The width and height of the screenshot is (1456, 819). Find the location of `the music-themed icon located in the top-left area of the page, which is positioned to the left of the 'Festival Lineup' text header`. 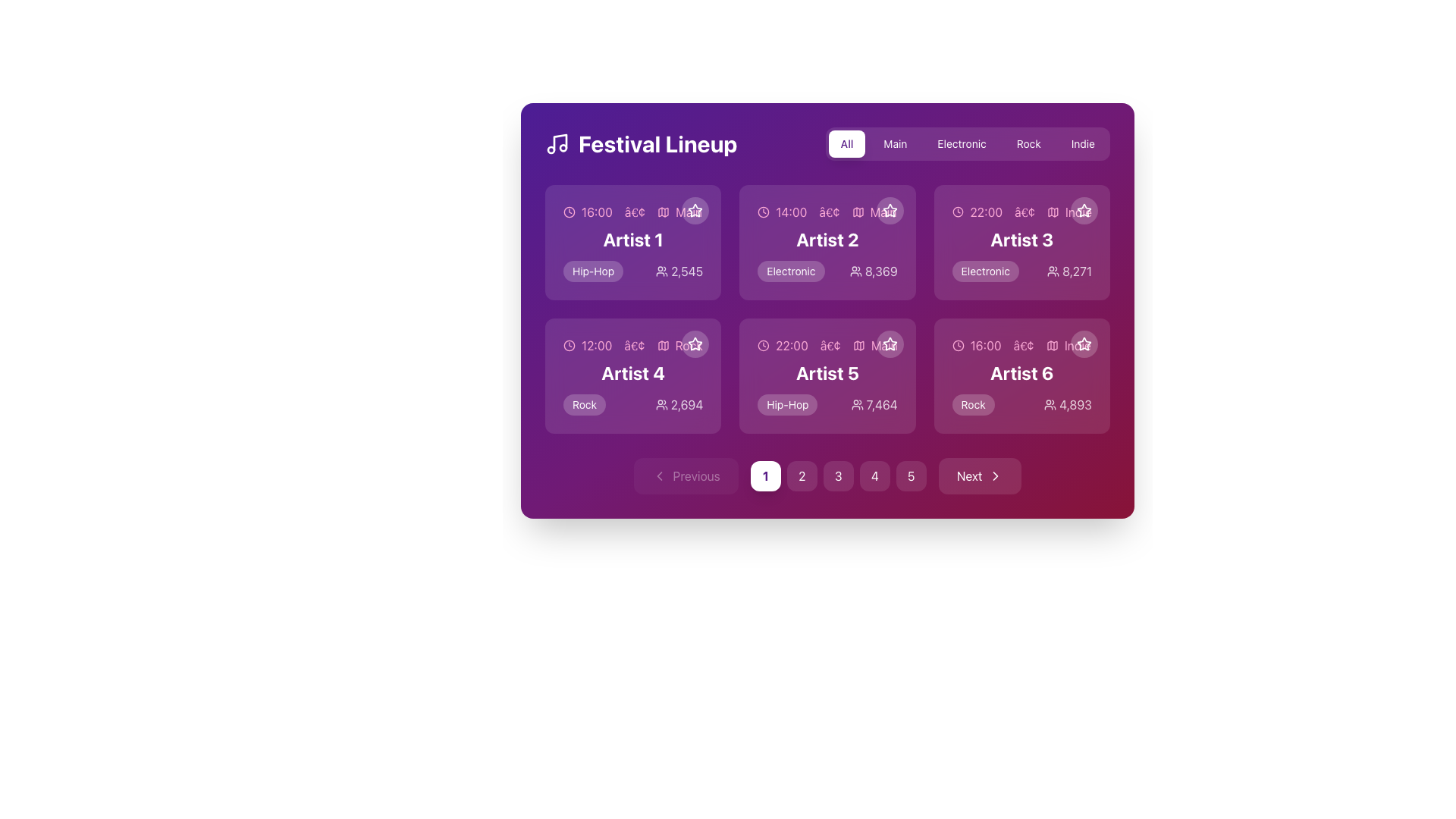

the music-themed icon located in the top-left area of the page, which is positioned to the left of the 'Festival Lineup' text header is located at coordinates (556, 143).